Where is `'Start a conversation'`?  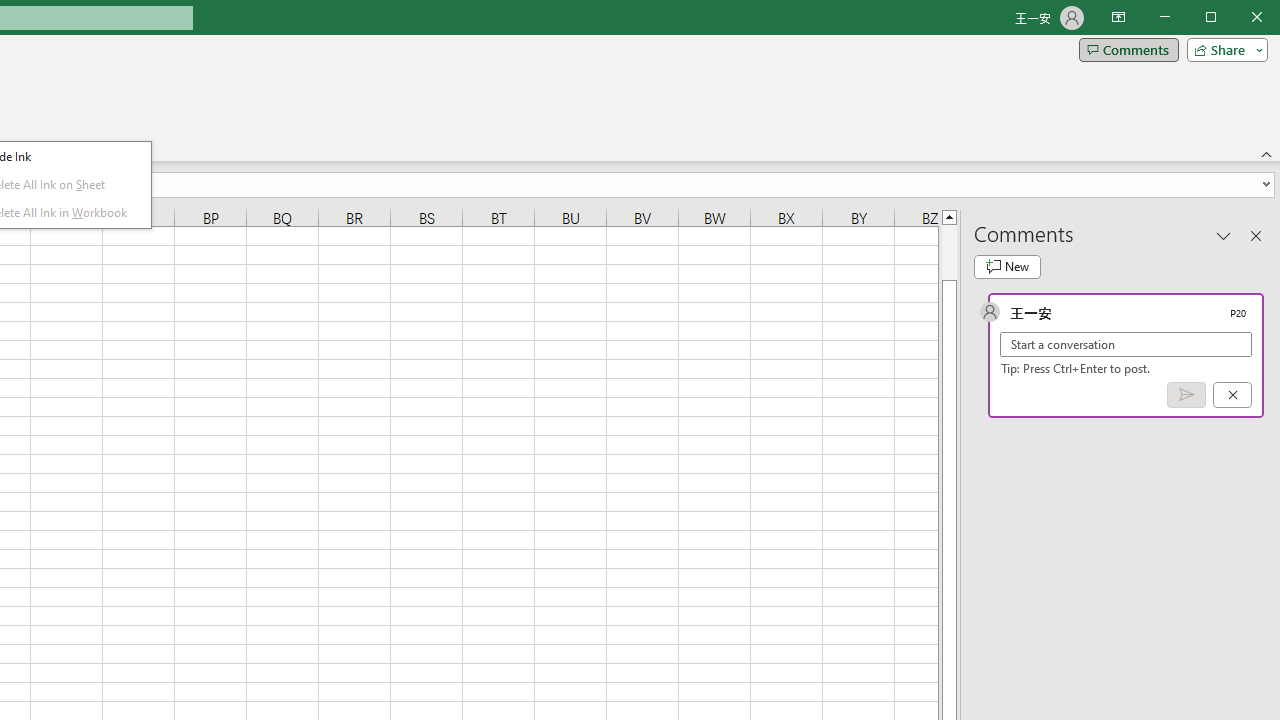
'Start a conversation' is located at coordinates (1126, 343).